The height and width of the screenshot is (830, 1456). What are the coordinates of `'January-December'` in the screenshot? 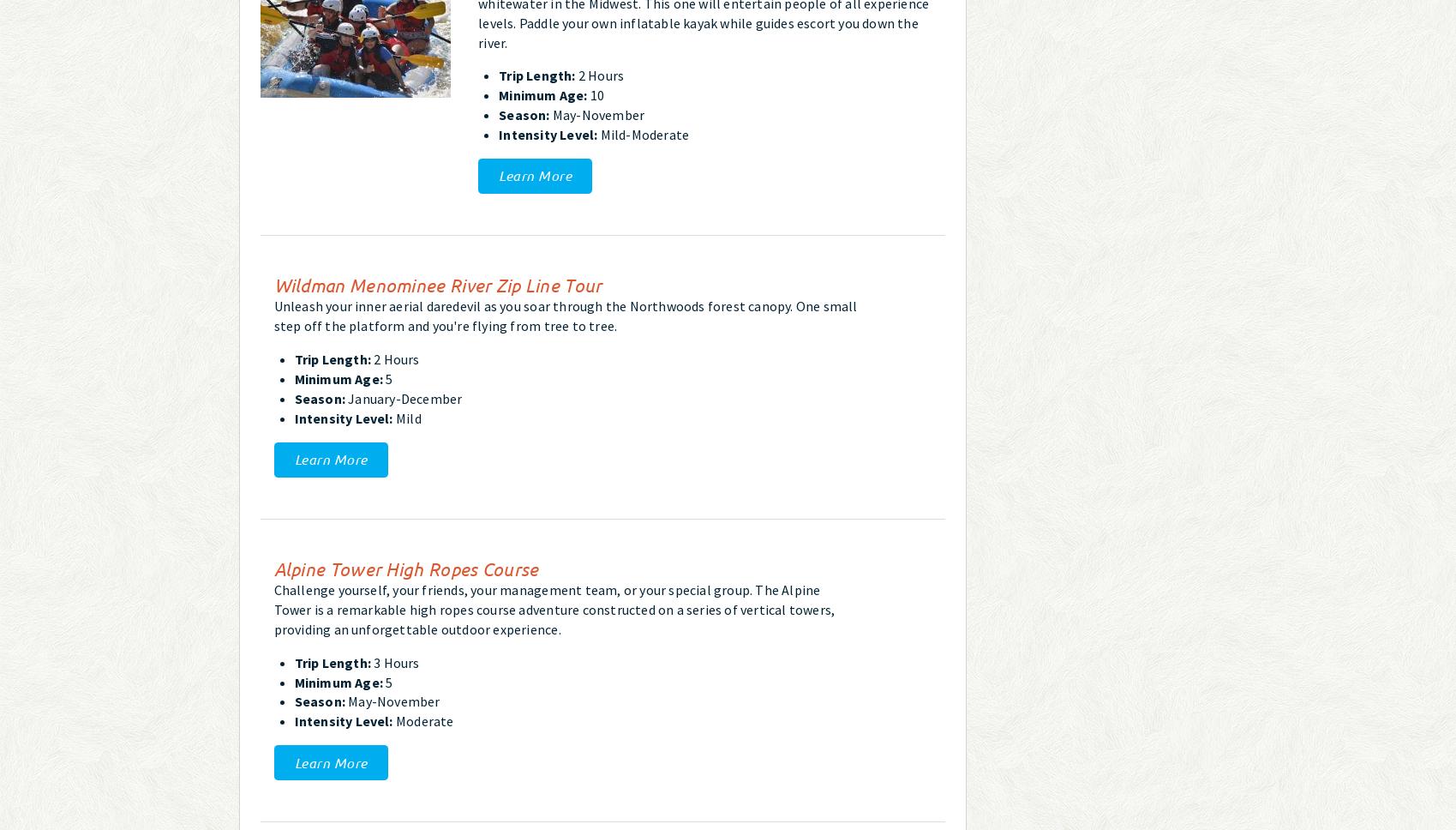 It's located at (403, 396).